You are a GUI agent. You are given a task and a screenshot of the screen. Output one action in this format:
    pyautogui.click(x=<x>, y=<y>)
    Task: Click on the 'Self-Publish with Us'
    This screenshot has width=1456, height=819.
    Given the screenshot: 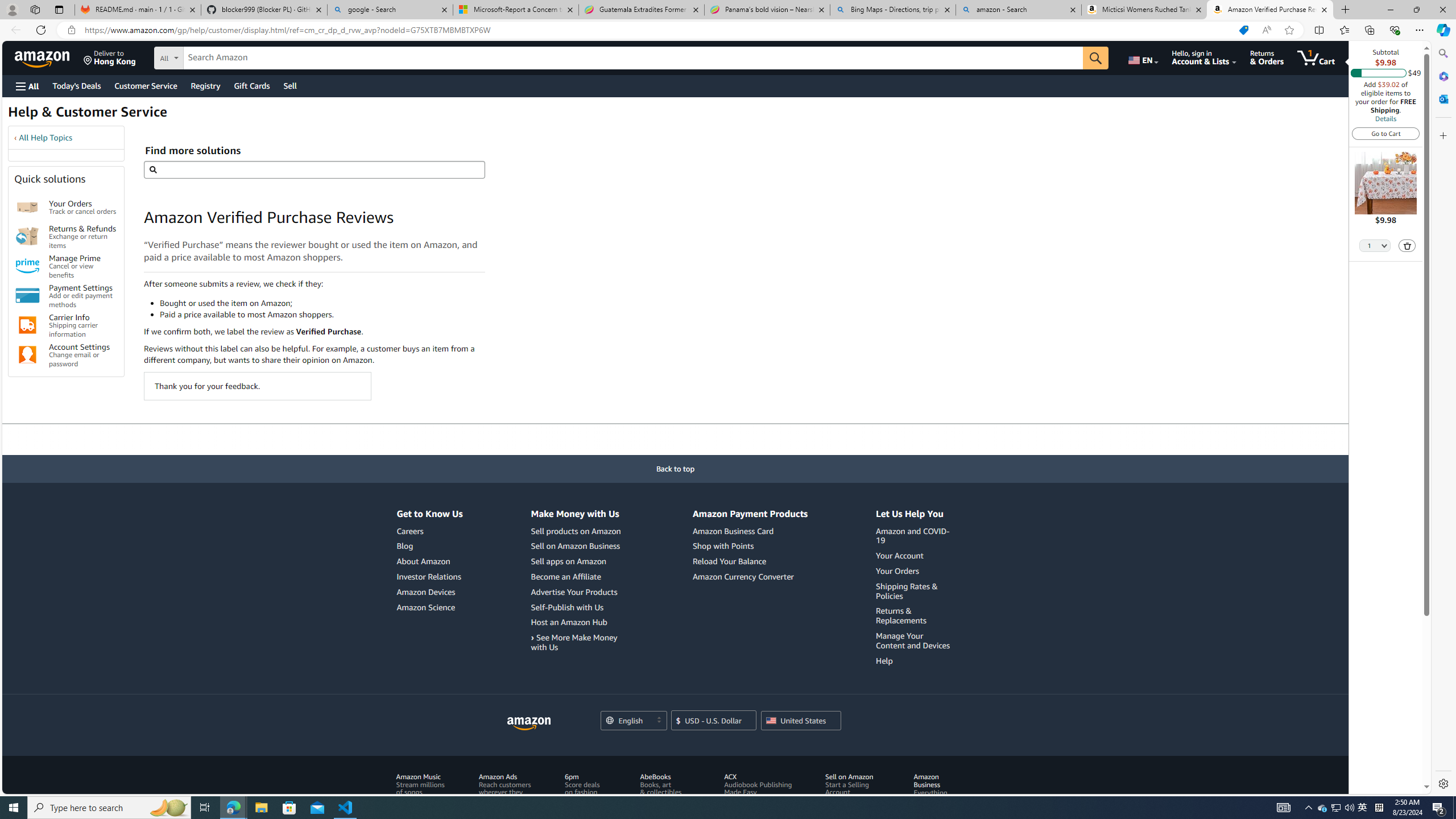 What is the action you would take?
    pyautogui.click(x=566, y=606)
    